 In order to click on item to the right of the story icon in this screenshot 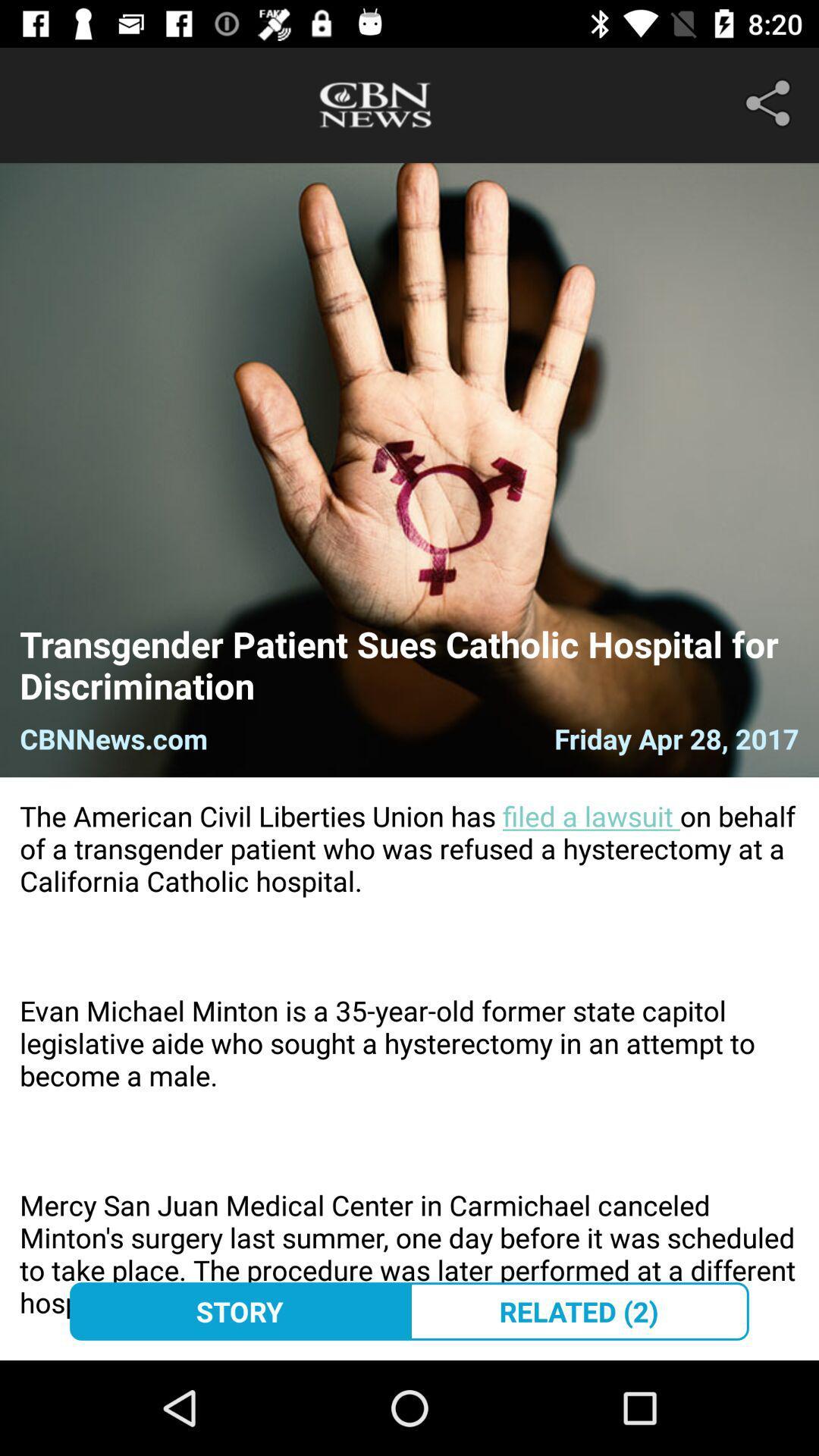, I will do `click(579, 1310)`.